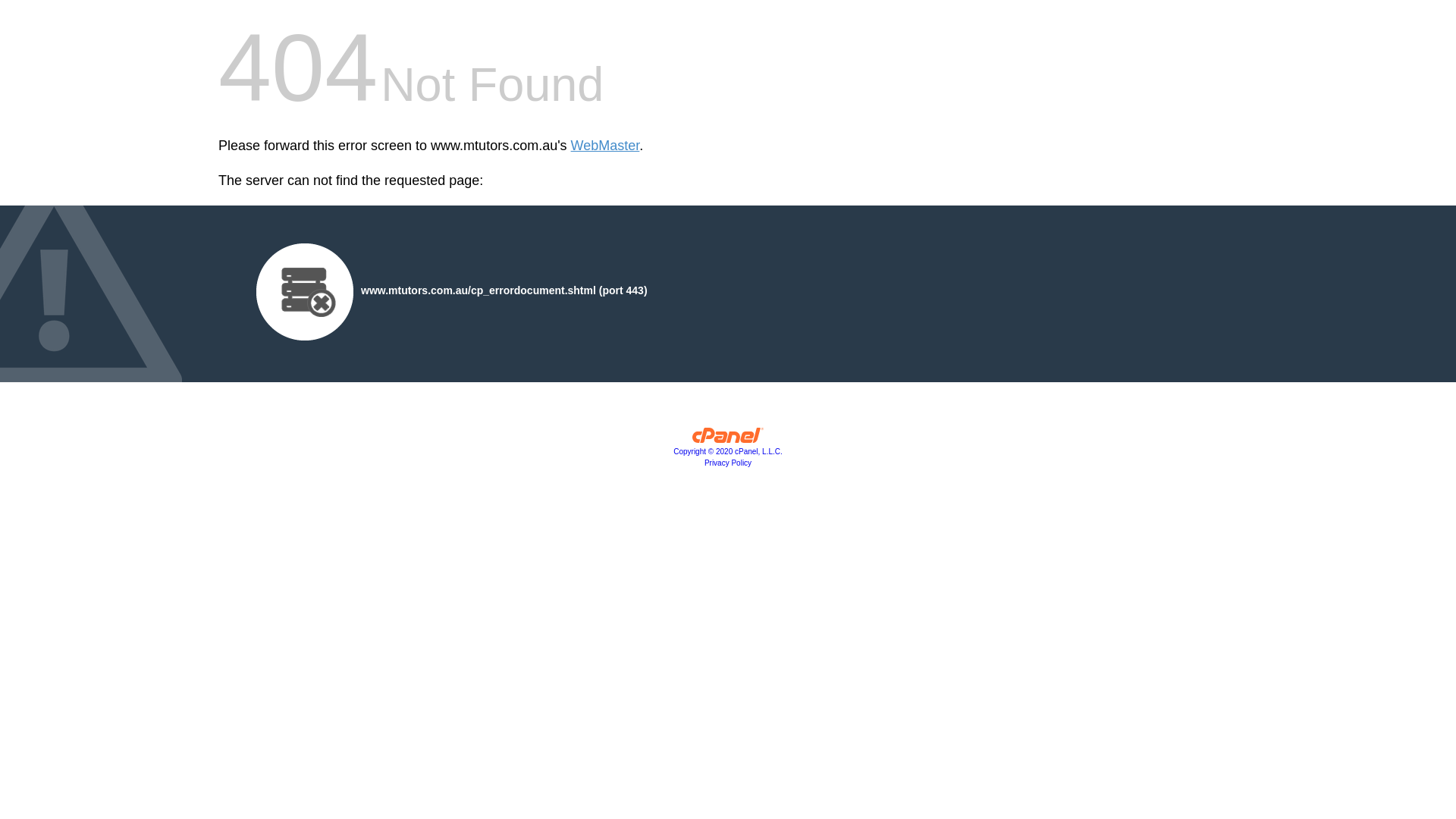 This screenshot has width=1456, height=819. I want to click on 'Privacy Policy', so click(728, 462).